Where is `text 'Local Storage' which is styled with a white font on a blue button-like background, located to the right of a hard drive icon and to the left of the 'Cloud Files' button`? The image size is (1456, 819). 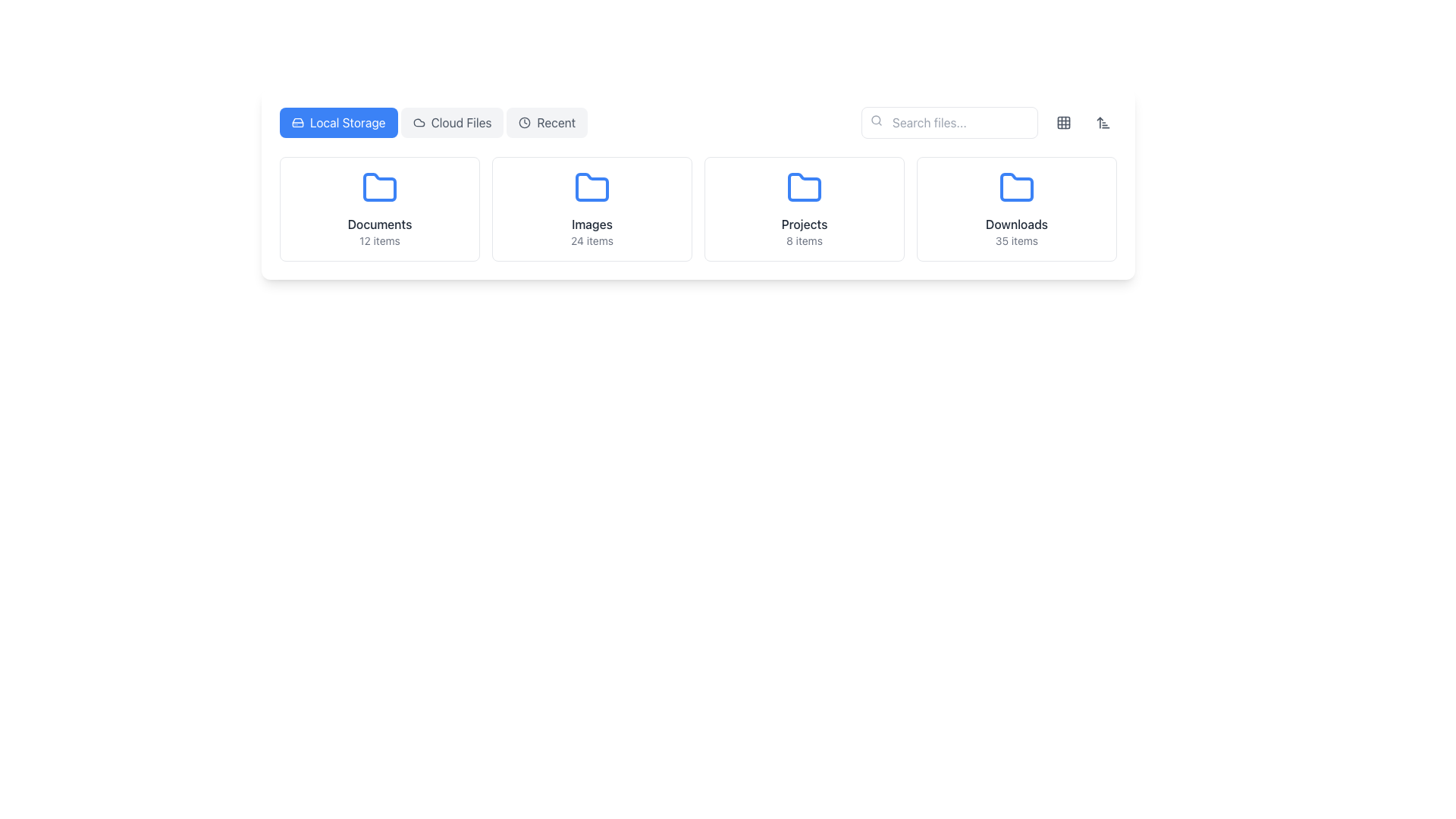
text 'Local Storage' which is styled with a white font on a blue button-like background, located to the right of a hard drive icon and to the left of the 'Cloud Files' button is located at coordinates (347, 122).